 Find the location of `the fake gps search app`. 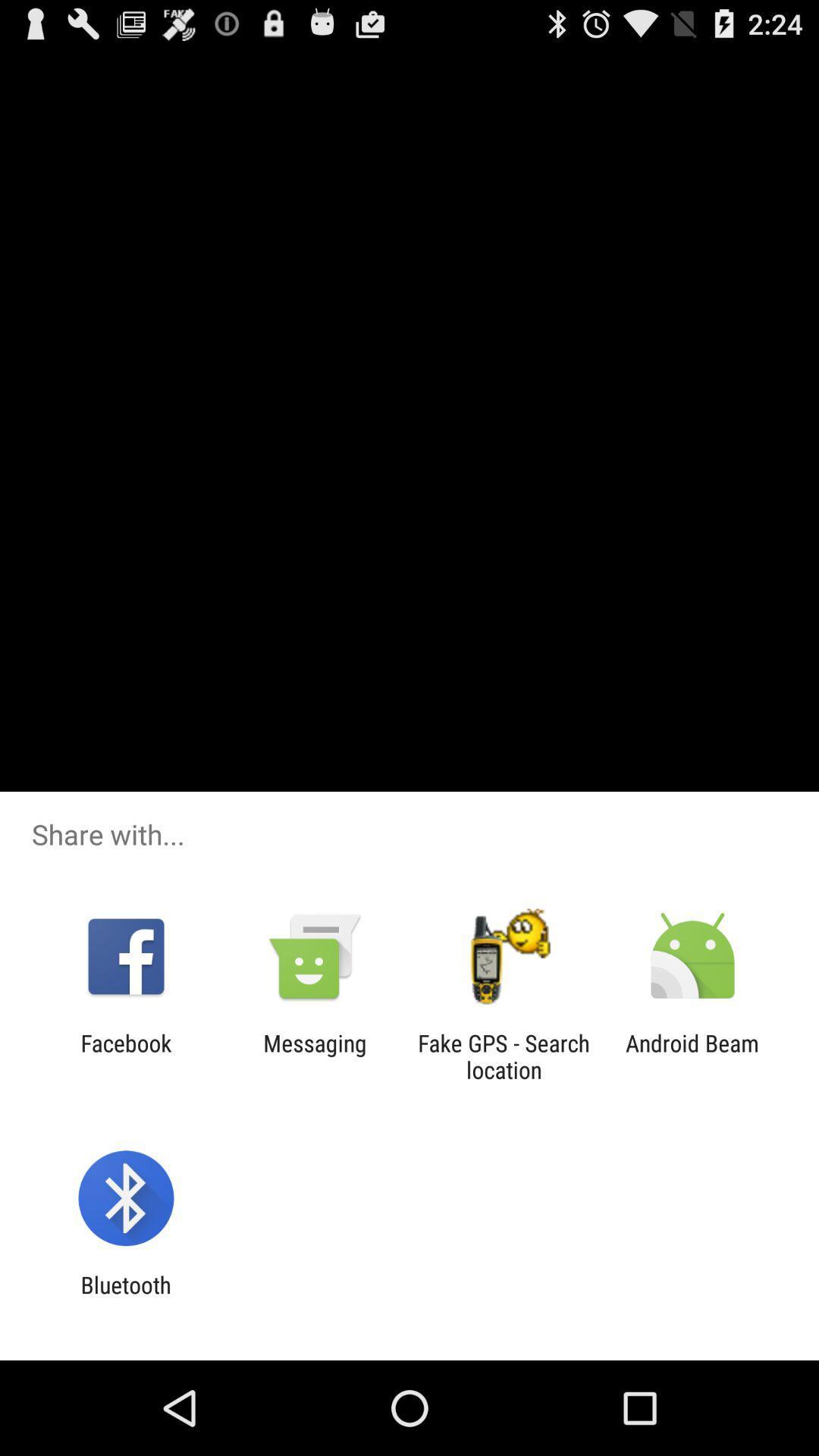

the fake gps search app is located at coordinates (504, 1056).